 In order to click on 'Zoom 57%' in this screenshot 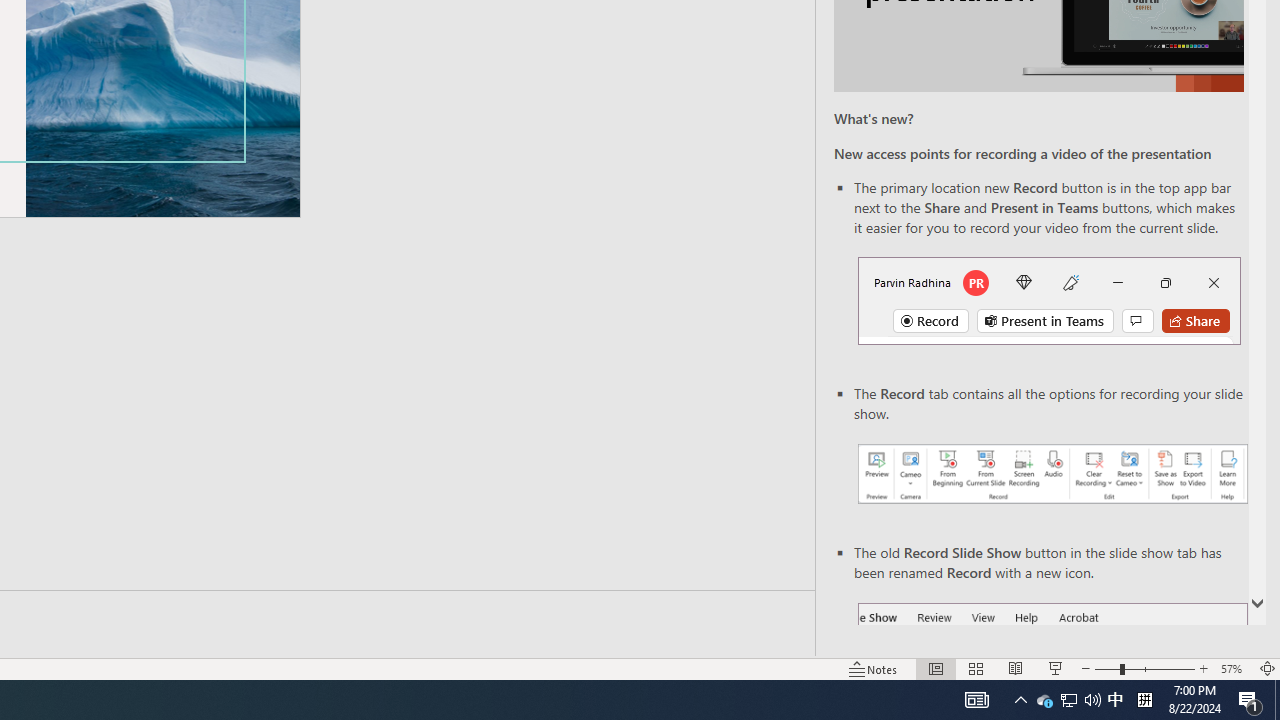, I will do `click(1233, 669)`.